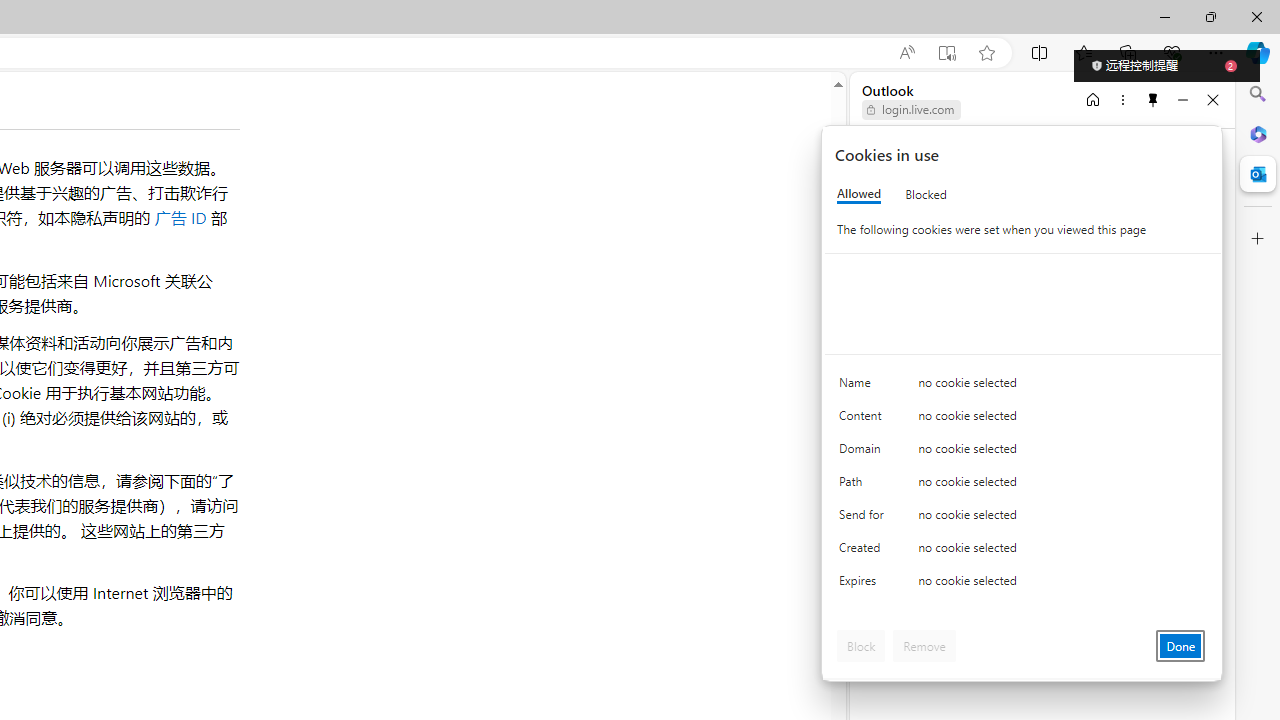 The width and height of the screenshot is (1280, 720). Describe the element at coordinates (859, 194) in the screenshot. I see `'Allowed'` at that location.